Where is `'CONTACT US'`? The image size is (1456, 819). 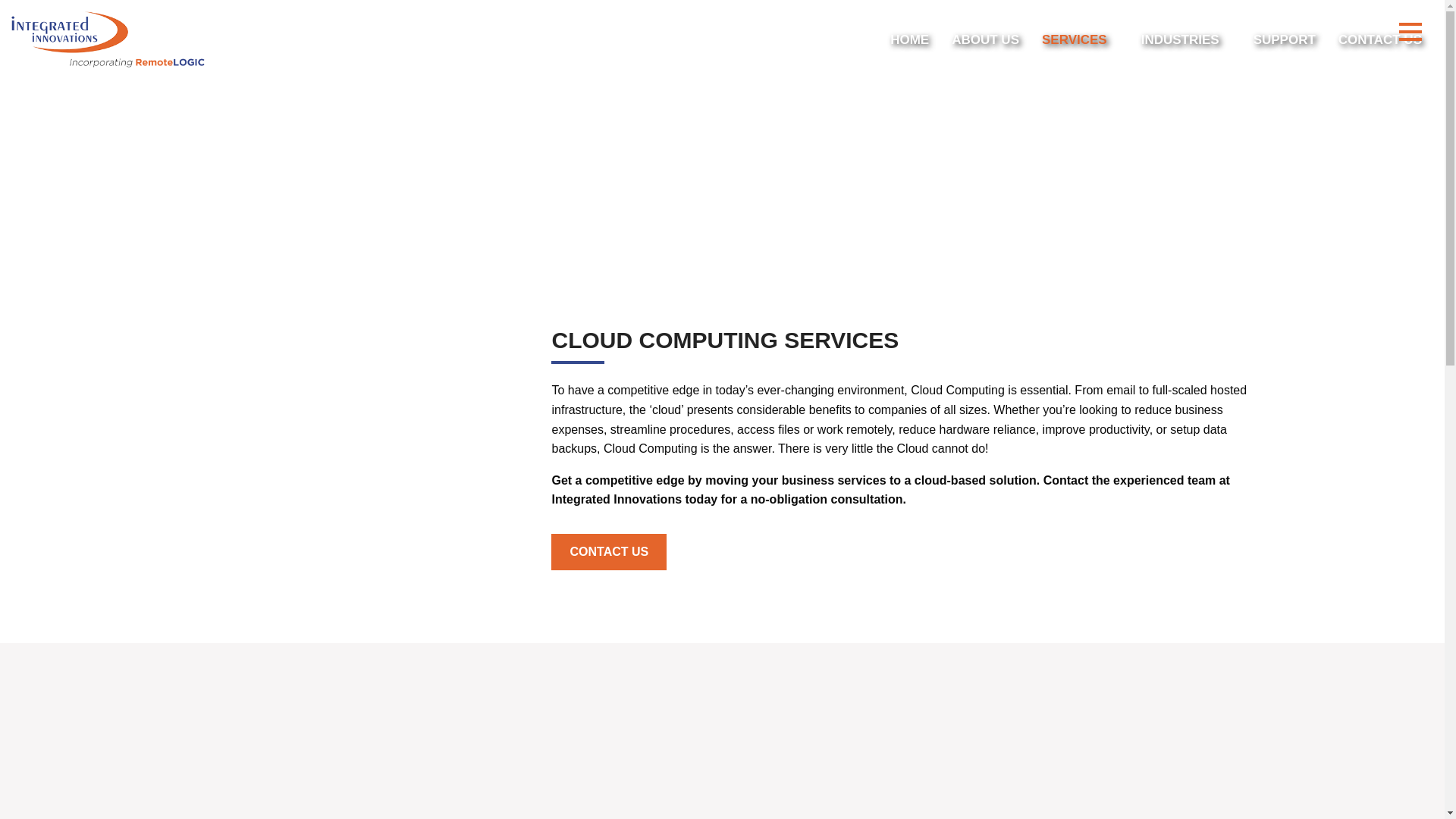 'CONTACT US' is located at coordinates (550, 552).